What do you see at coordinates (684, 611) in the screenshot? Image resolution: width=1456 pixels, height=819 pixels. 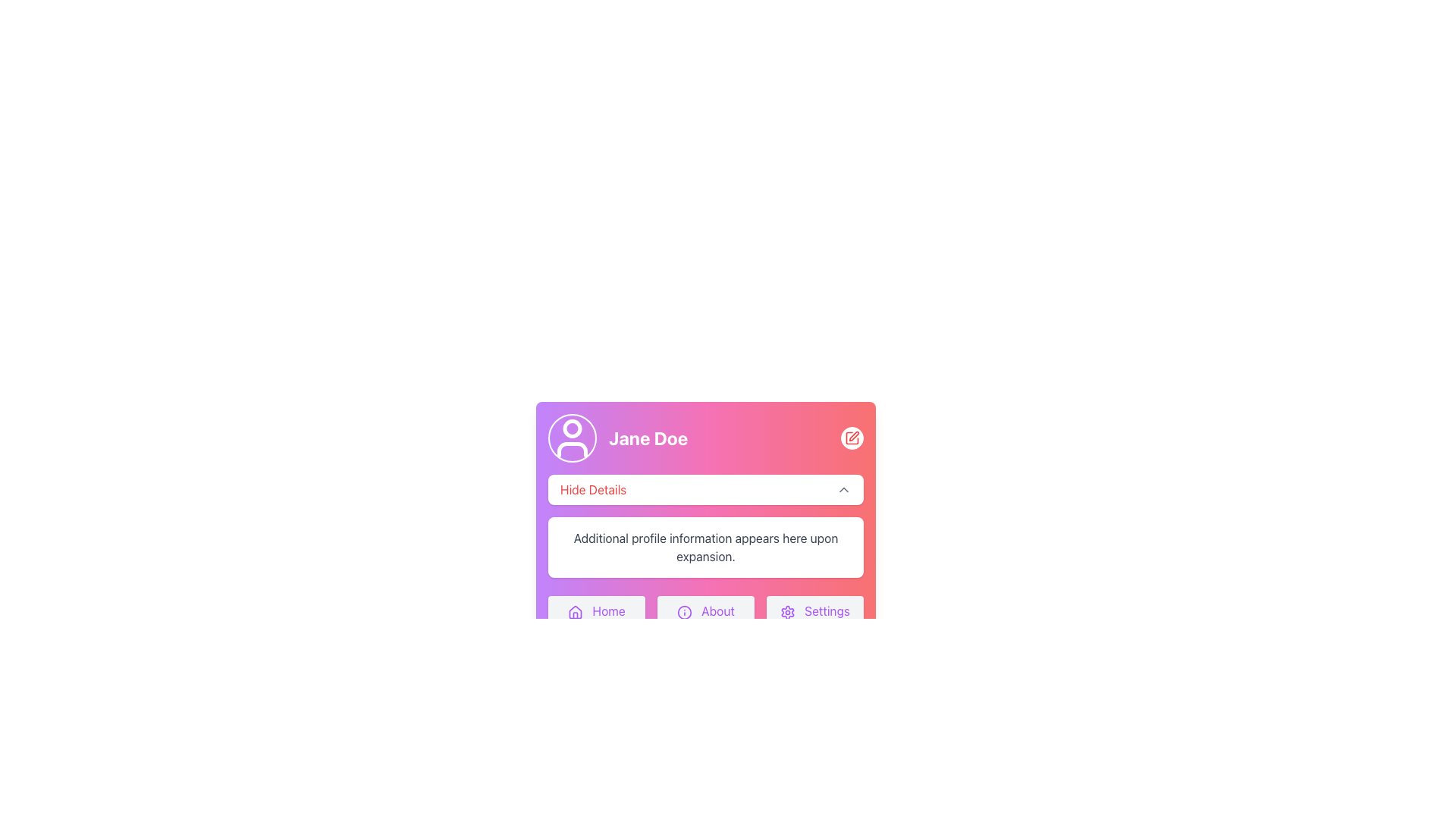 I see `the Circular Graphic Element in the SVG icon that represents an 'info' or 'about' symbol` at bounding box center [684, 611].